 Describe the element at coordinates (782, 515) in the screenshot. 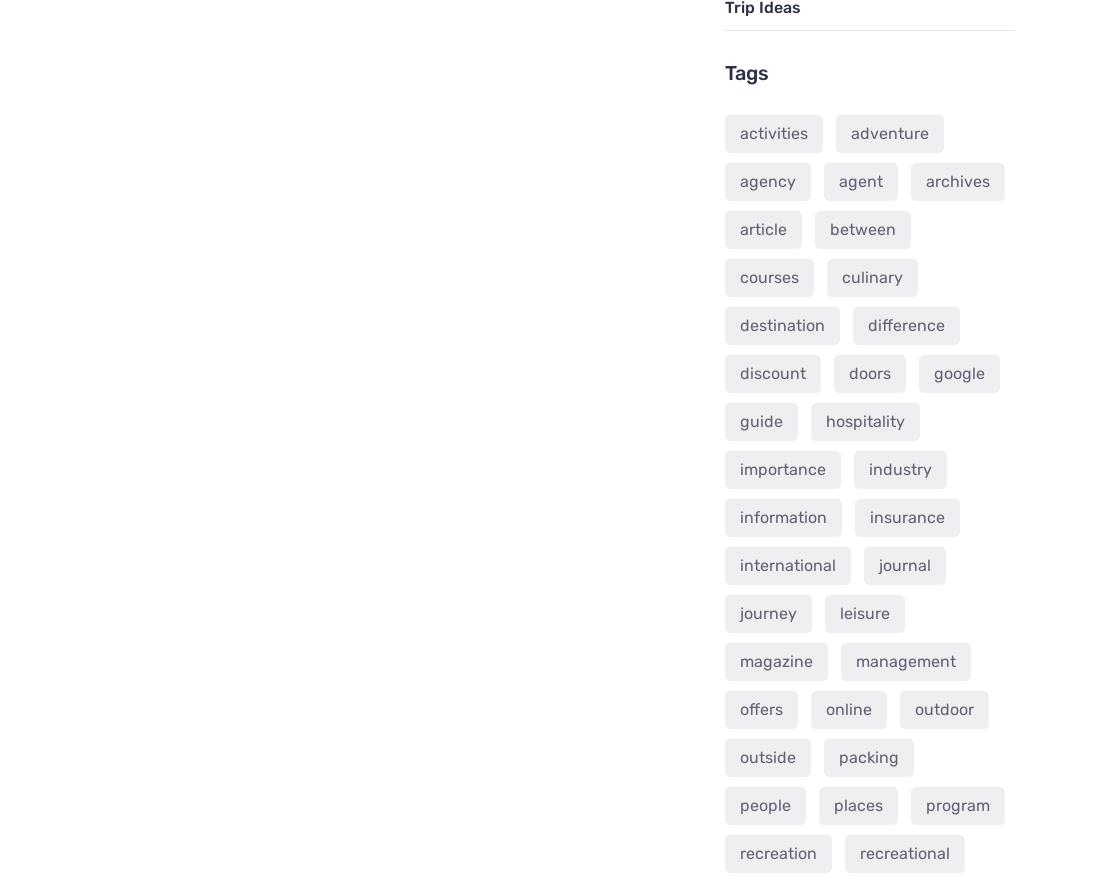

I see `'information'` at that location.